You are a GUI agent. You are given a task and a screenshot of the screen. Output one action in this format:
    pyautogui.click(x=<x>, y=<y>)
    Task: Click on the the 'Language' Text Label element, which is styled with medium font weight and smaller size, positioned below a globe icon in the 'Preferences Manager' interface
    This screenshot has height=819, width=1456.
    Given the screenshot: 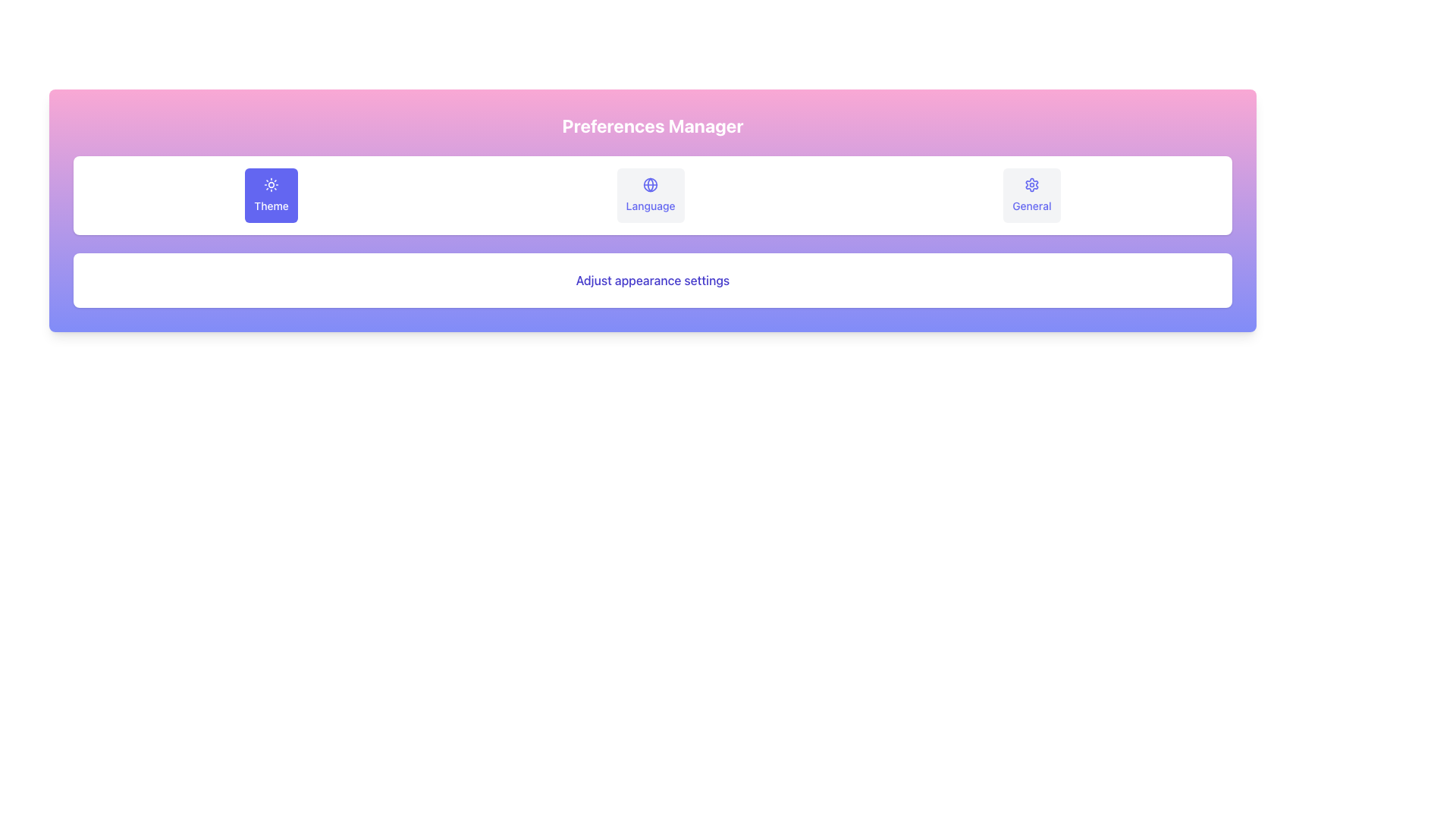 What is the action you would take?
    pyautogui.click(x=651, y=206)
    